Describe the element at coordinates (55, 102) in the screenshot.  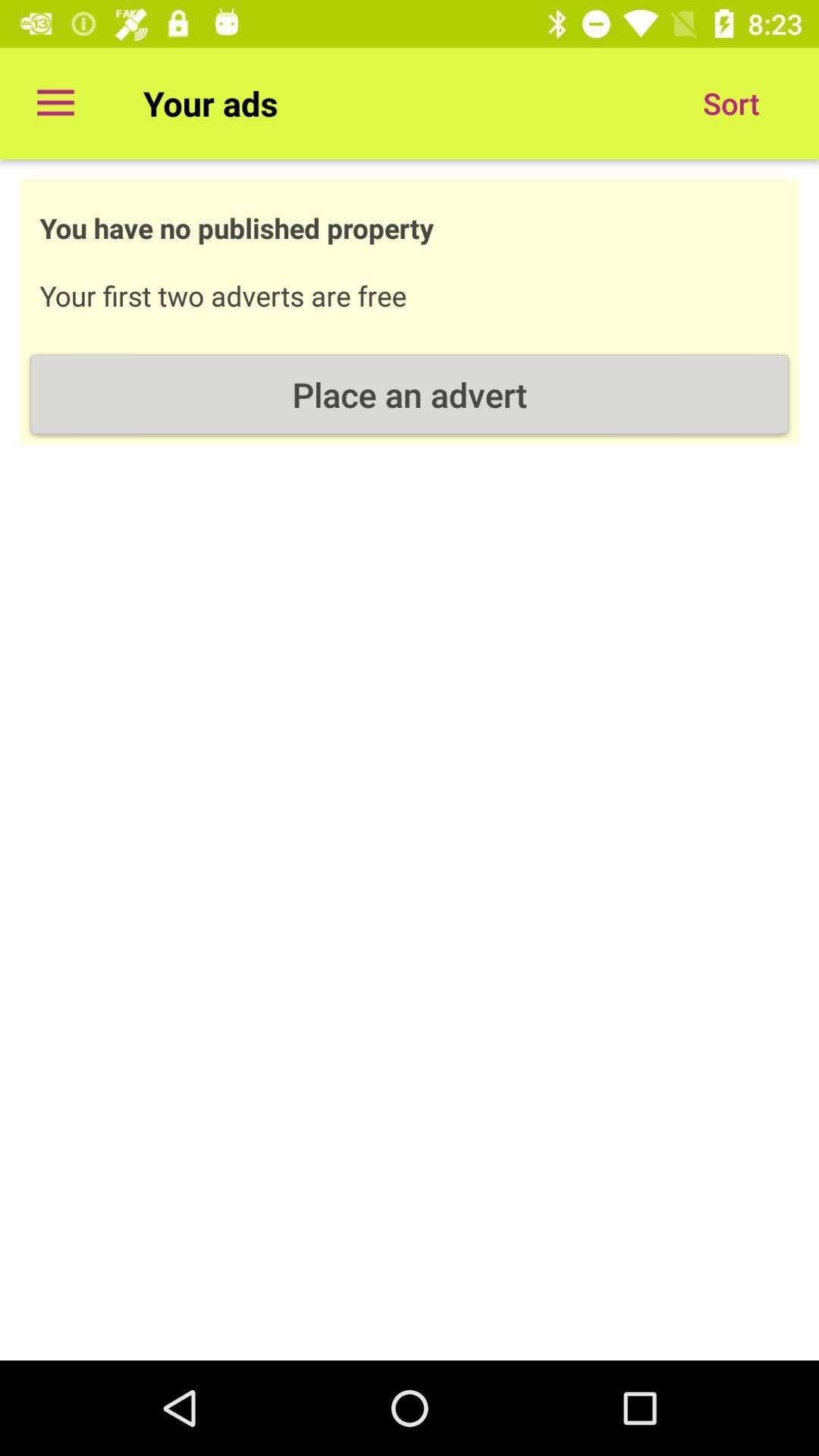
I see `the item to the left of your ads` at that location.